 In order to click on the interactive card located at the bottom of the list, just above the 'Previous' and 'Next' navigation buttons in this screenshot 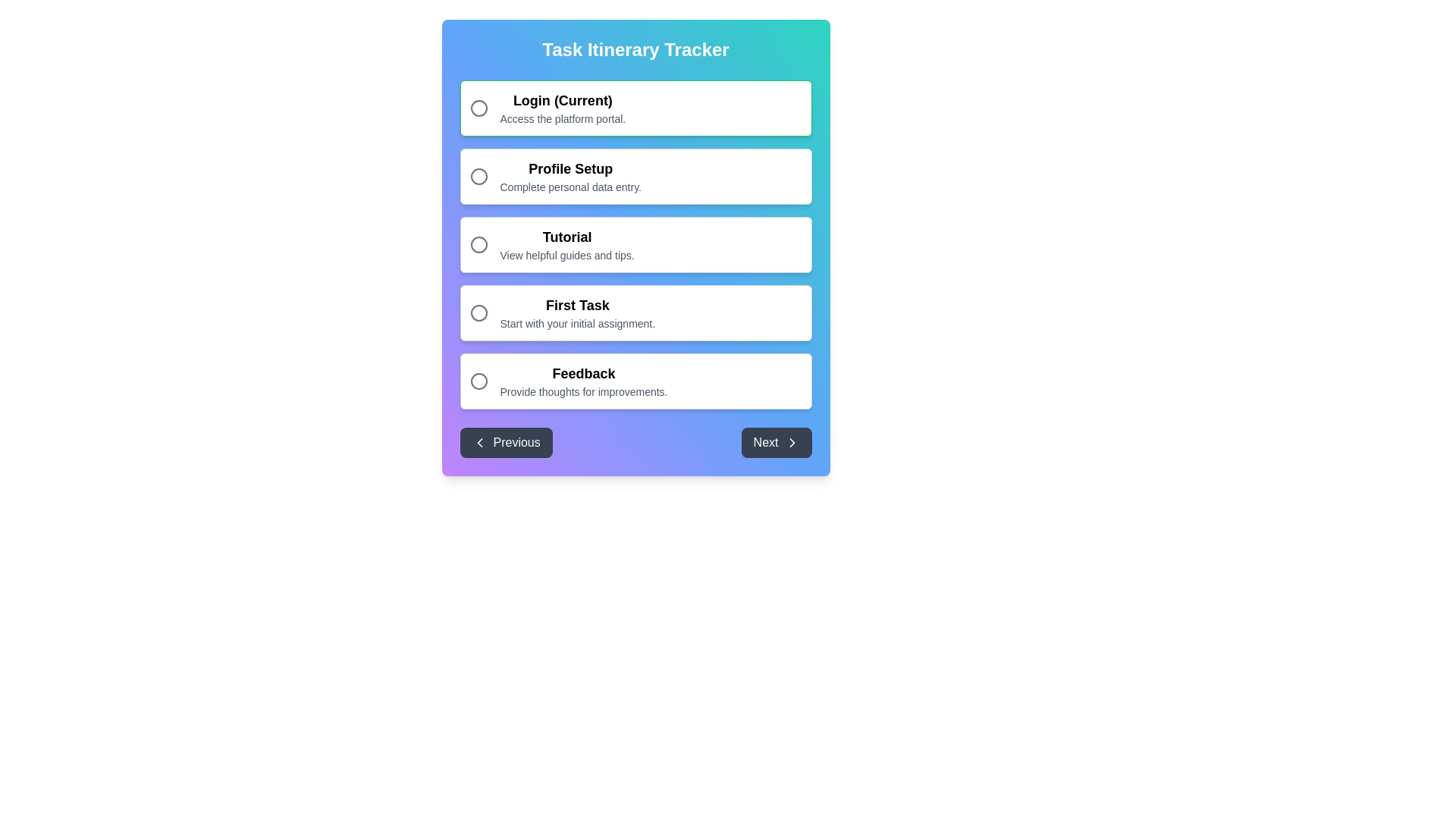, I will do `click(635, 380)`.